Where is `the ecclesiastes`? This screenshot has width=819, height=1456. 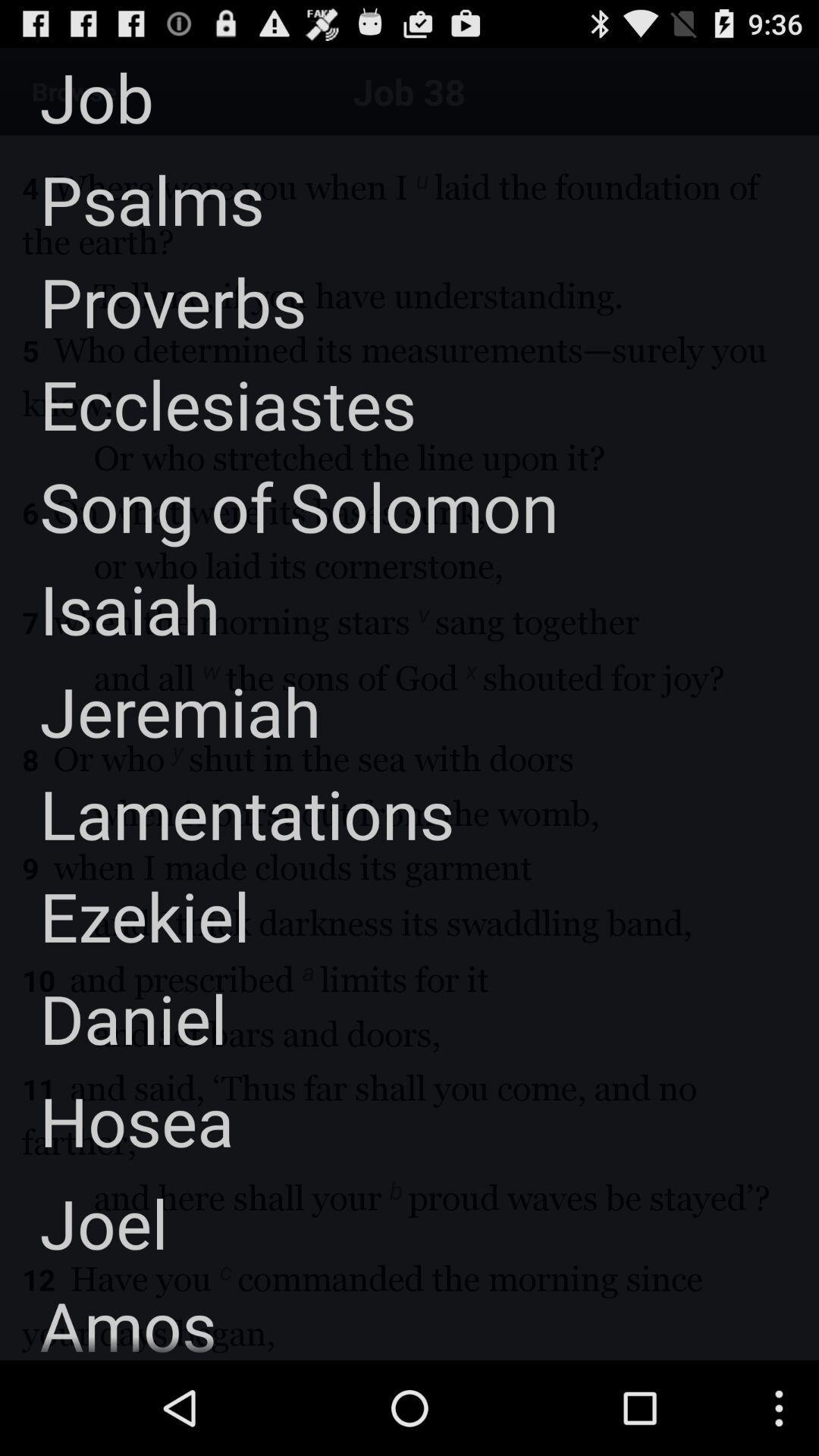
the ecclesiastes is located at coordinates (208, 403).